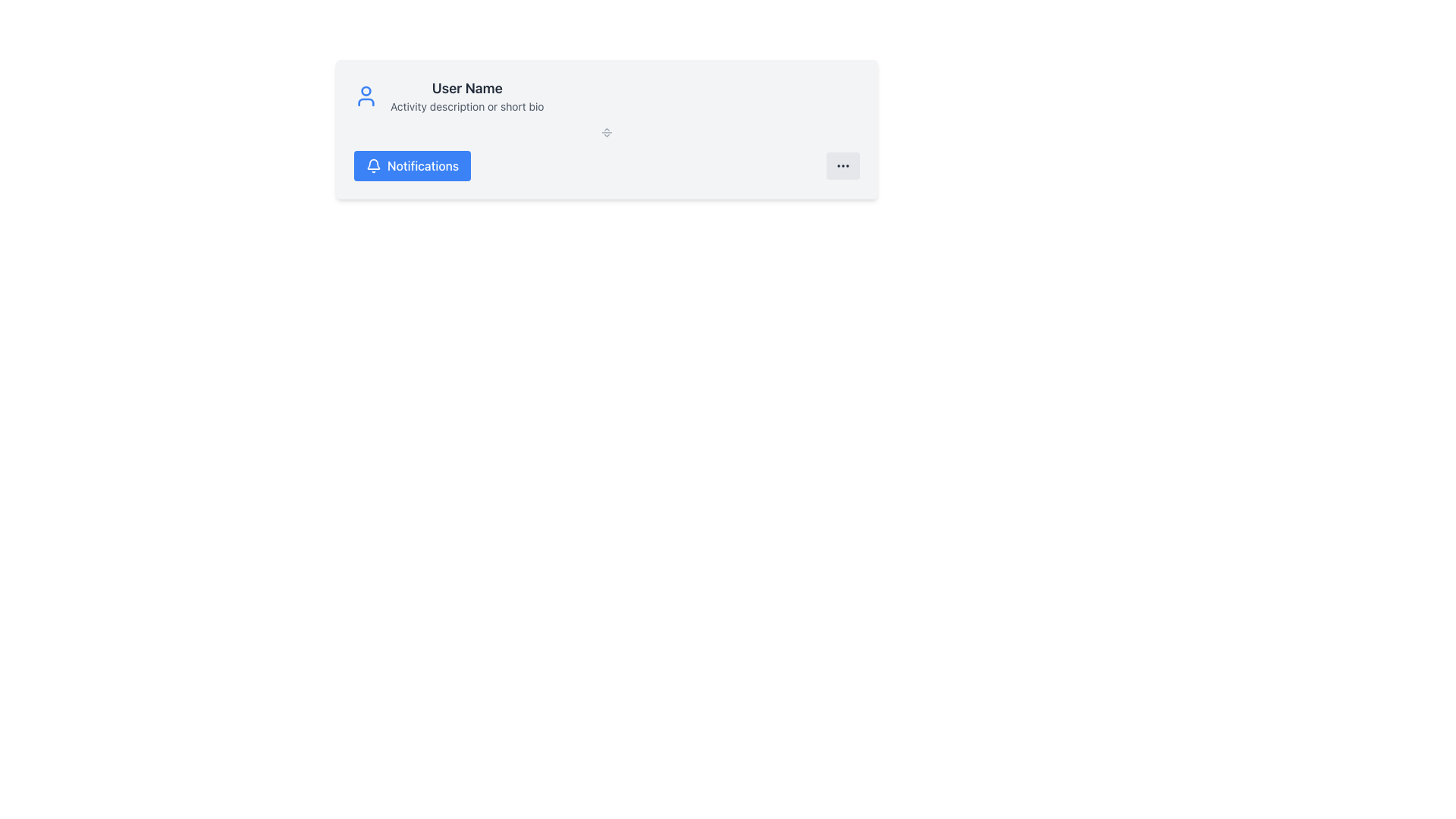 This screenshot has width=1456, height=819. Describe the element at coordinates (466, 96) in the screenshot. I see `the Text Display element that shows the user's name and activity description, located beside a blue user icon` at that location.